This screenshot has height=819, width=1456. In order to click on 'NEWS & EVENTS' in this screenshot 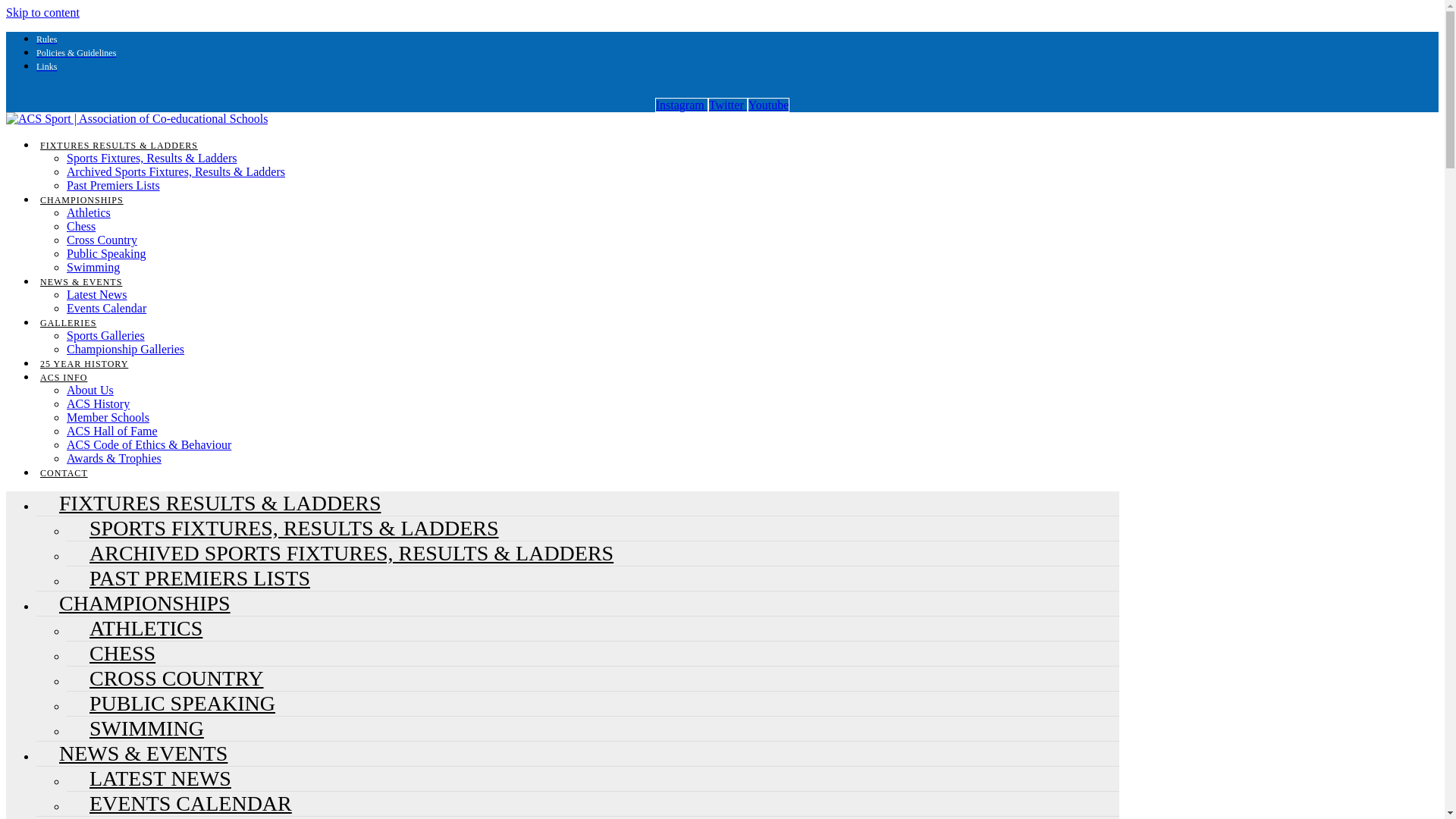, I will do `click(131, 753)`.